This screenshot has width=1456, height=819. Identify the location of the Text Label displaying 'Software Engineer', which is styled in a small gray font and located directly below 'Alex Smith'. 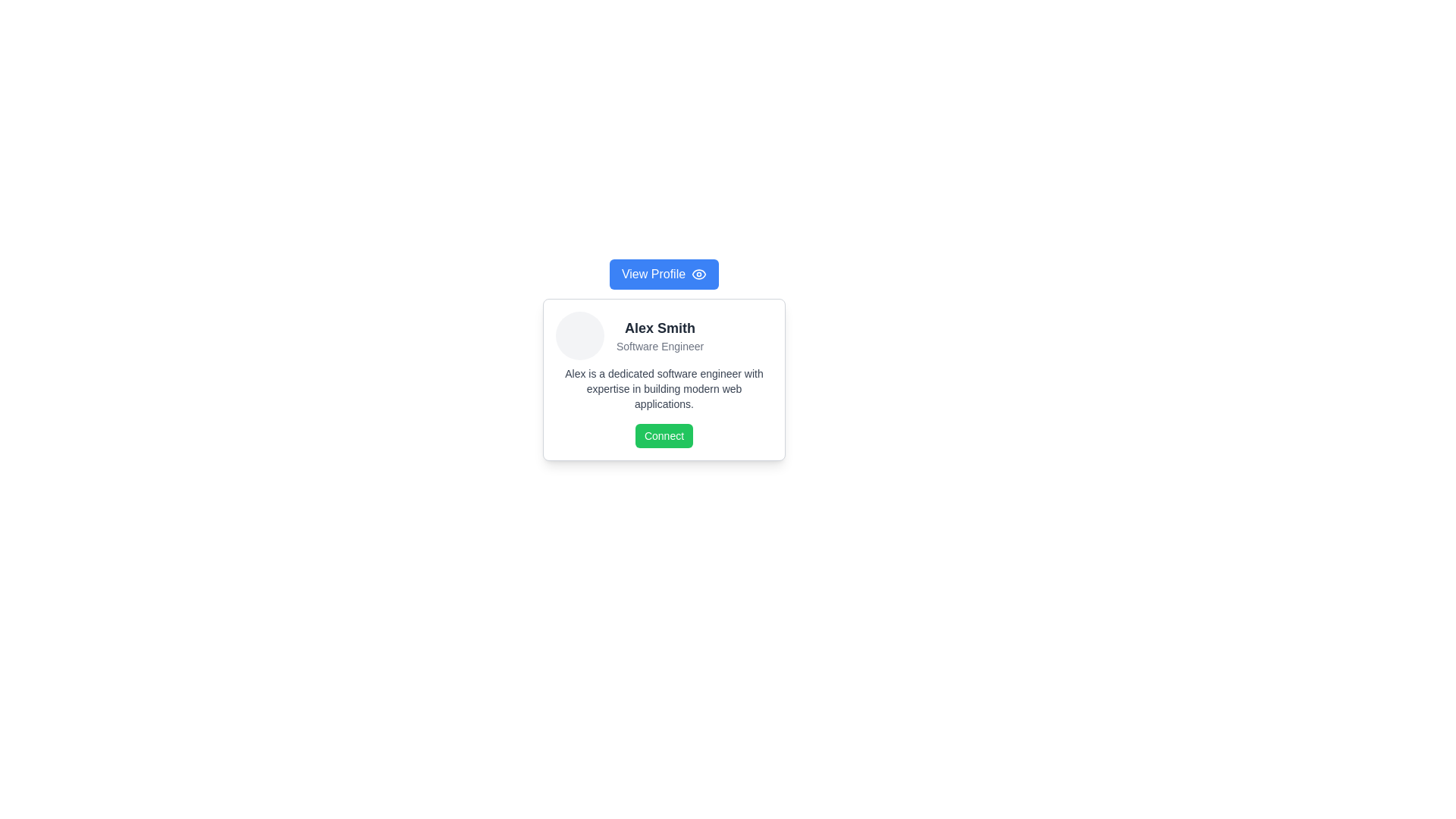
(660, 346).